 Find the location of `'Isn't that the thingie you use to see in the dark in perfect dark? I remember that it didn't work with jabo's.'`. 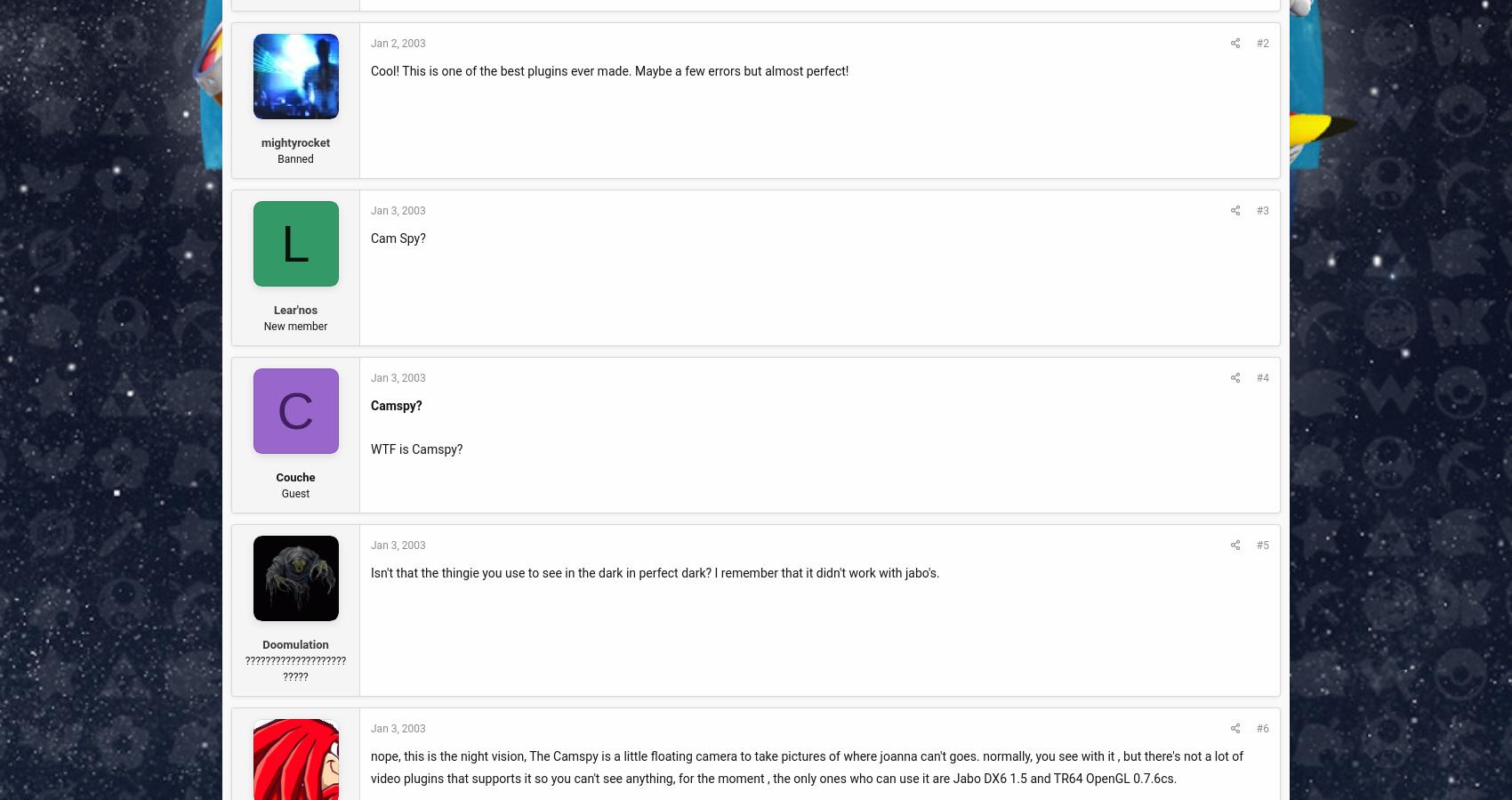

'Isn't that the thingie you use to see in the dark in perfect dark? I remember that it didn't work with jabo's.' is located at coordinates (370, 572).